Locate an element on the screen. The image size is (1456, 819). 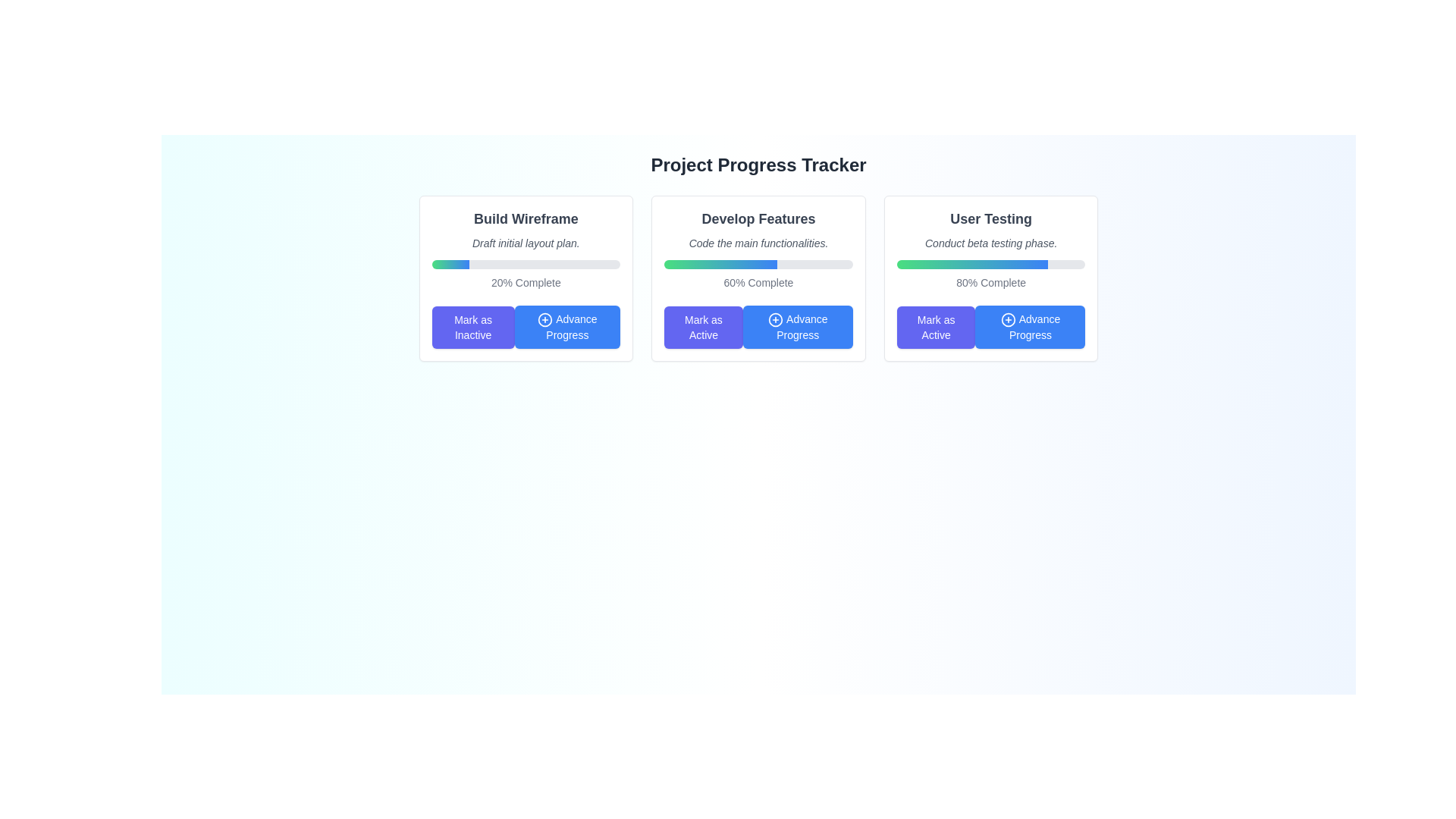
the second button in the 'User Testing' section, which is located to the right of the 'Mark as Active' button, to advance progress is located at coordinates (1030, 326).